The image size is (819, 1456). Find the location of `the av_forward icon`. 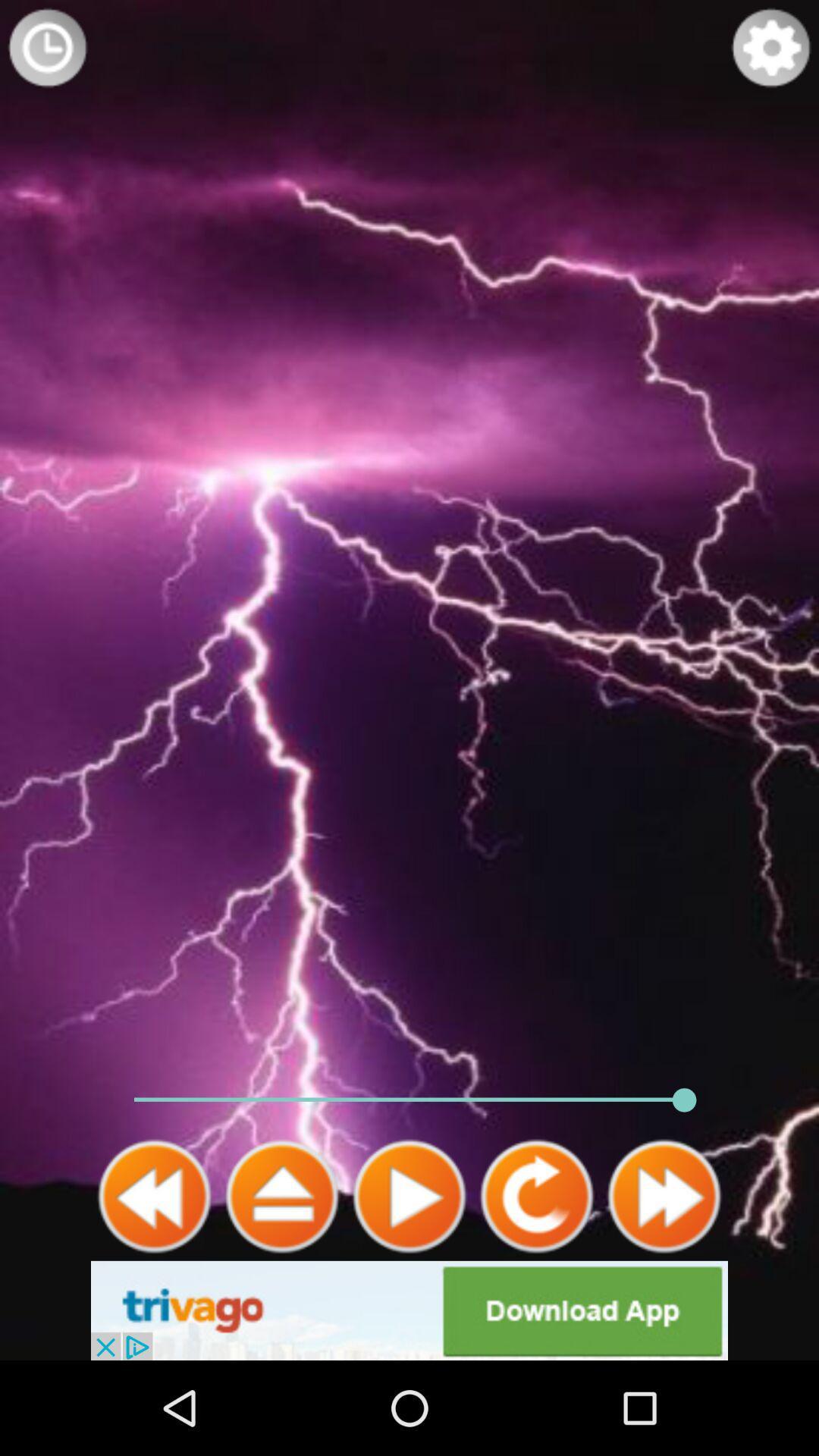

the av_forward icon is located at coordinates (663, 1280).